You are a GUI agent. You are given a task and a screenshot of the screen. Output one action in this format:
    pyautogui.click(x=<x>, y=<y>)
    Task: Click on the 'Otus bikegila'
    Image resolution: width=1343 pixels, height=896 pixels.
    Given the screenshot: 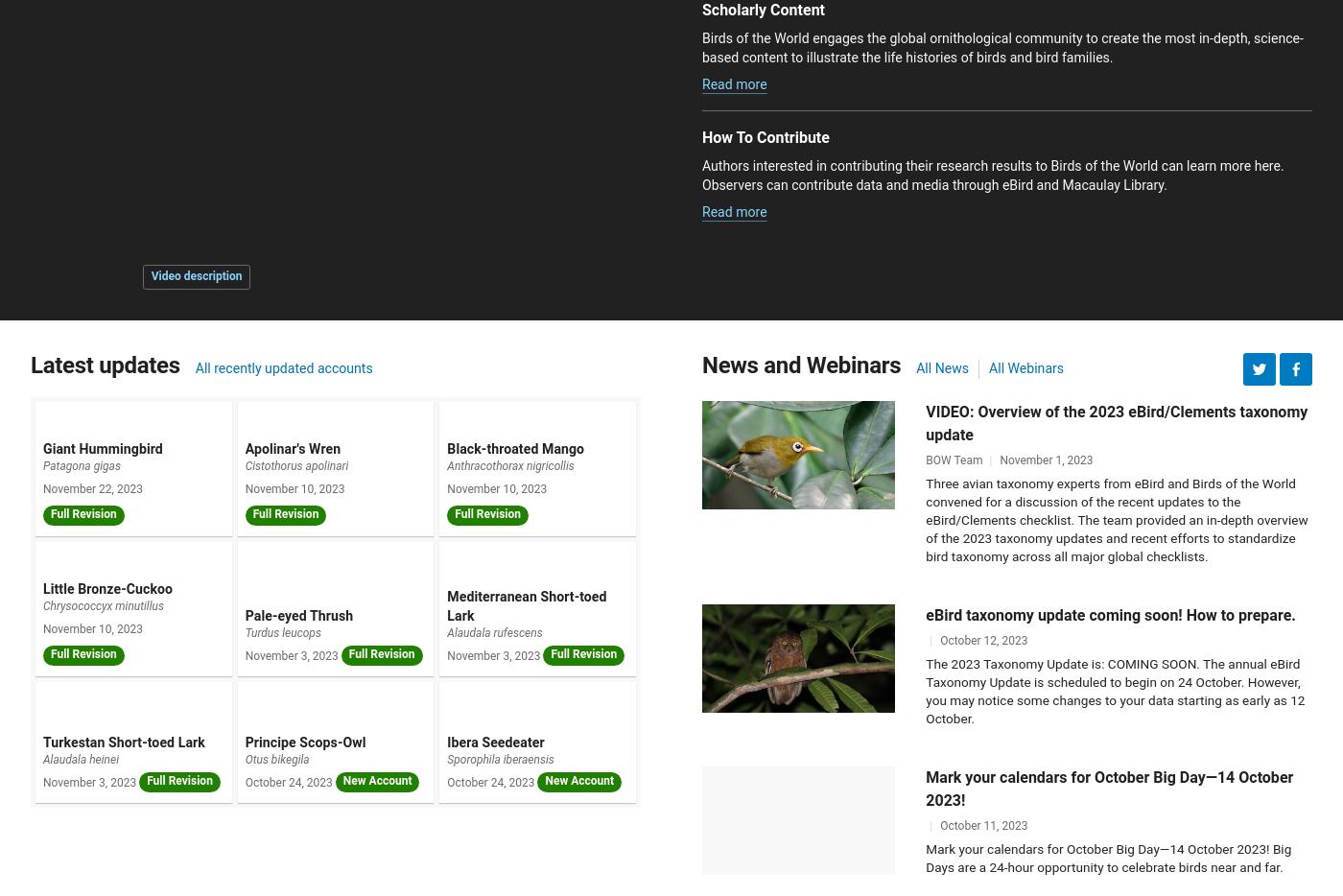 What is the action you would take?
    pyautogui.click(x=276, y=758)
    